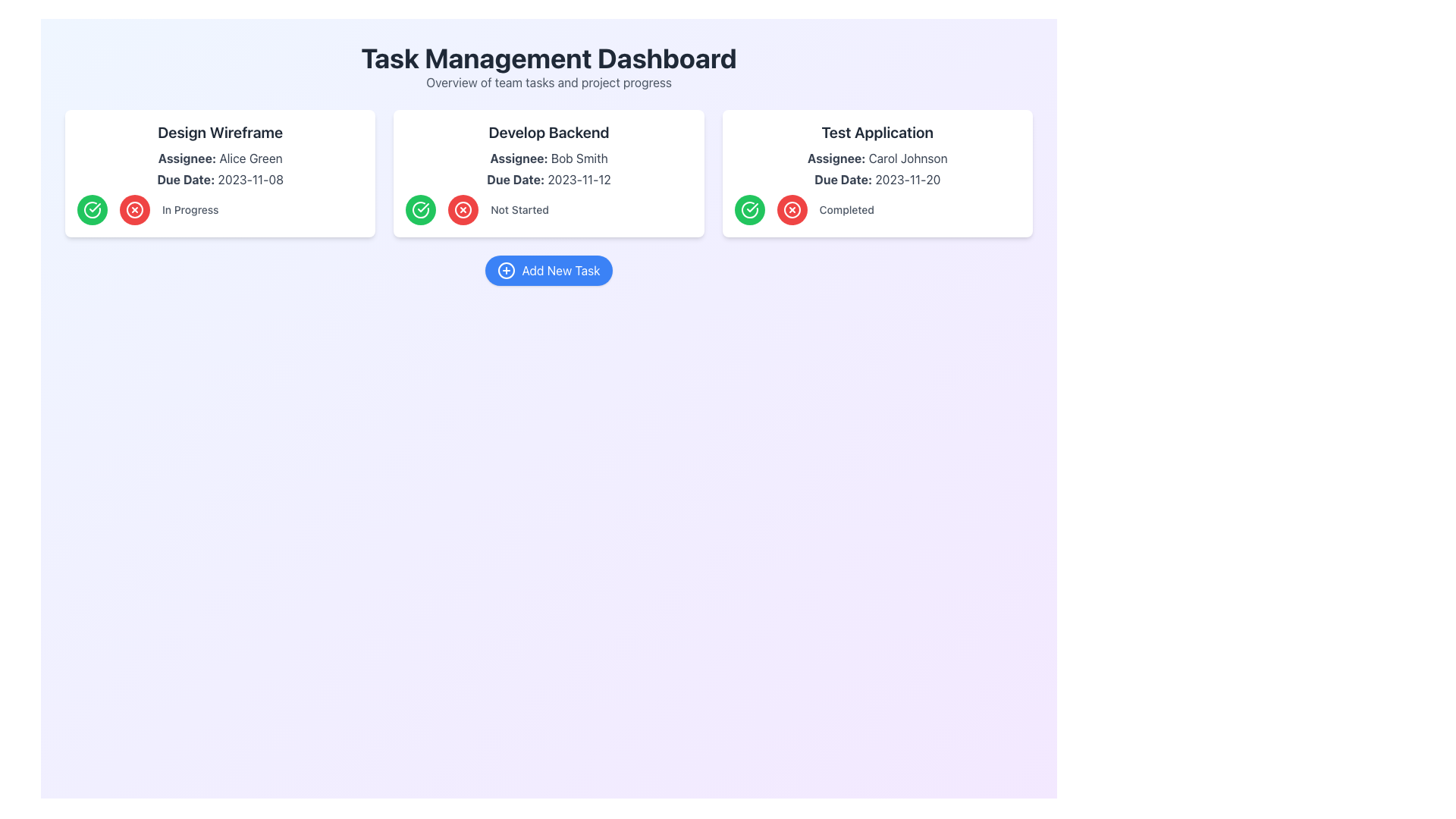 This screenshot has width=1456, height=819. I want to click on the circular red button with a white cross icon inside it, located in the 'Design Wireframe' task card under the 'In Progress' label, so click(134, 210).